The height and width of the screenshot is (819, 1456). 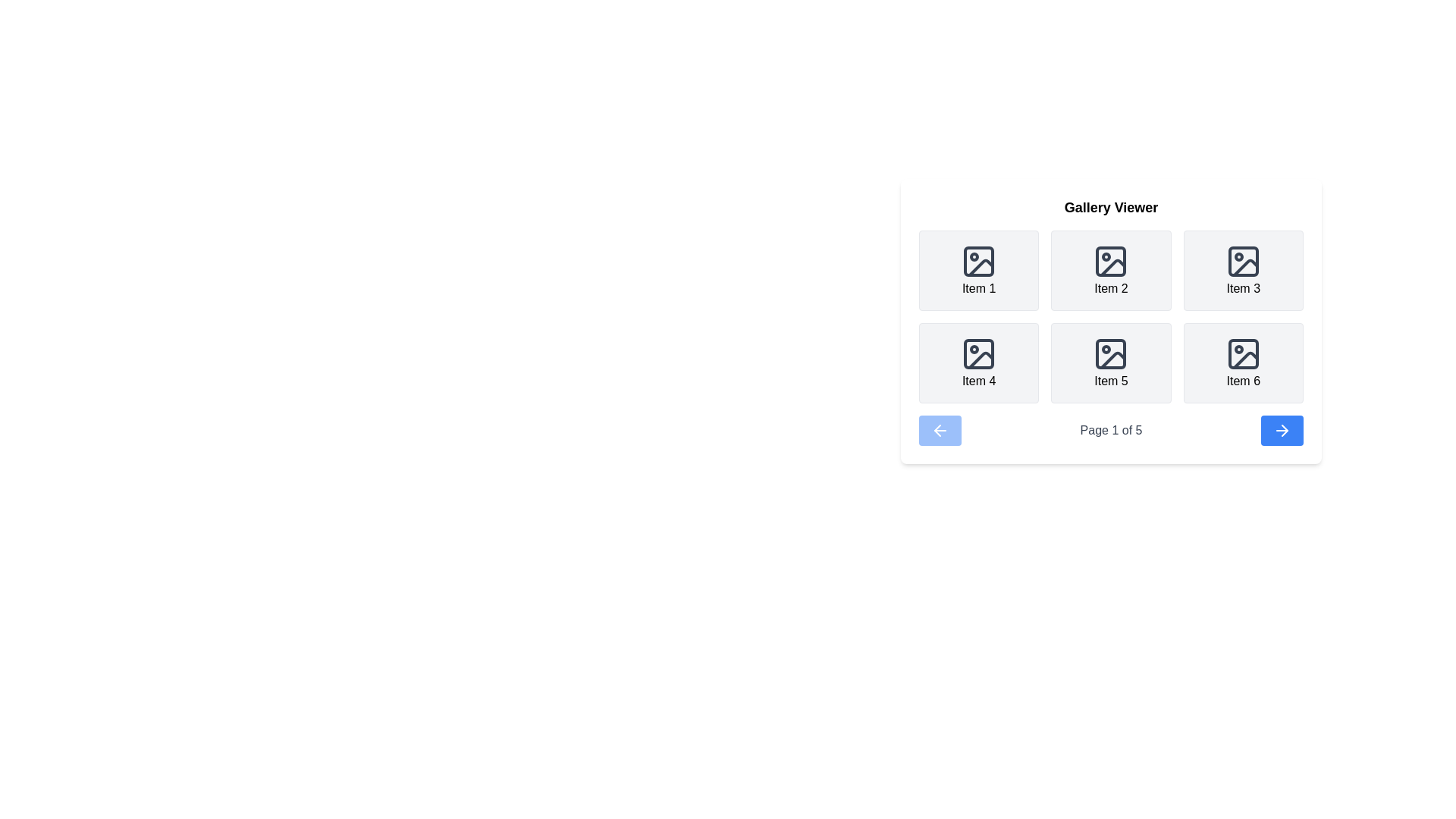 I want to click on the decorative graphical element that serves as the rectangular background for the icon in Item 3 of the gallery grid, so click(x=1243, y=260).